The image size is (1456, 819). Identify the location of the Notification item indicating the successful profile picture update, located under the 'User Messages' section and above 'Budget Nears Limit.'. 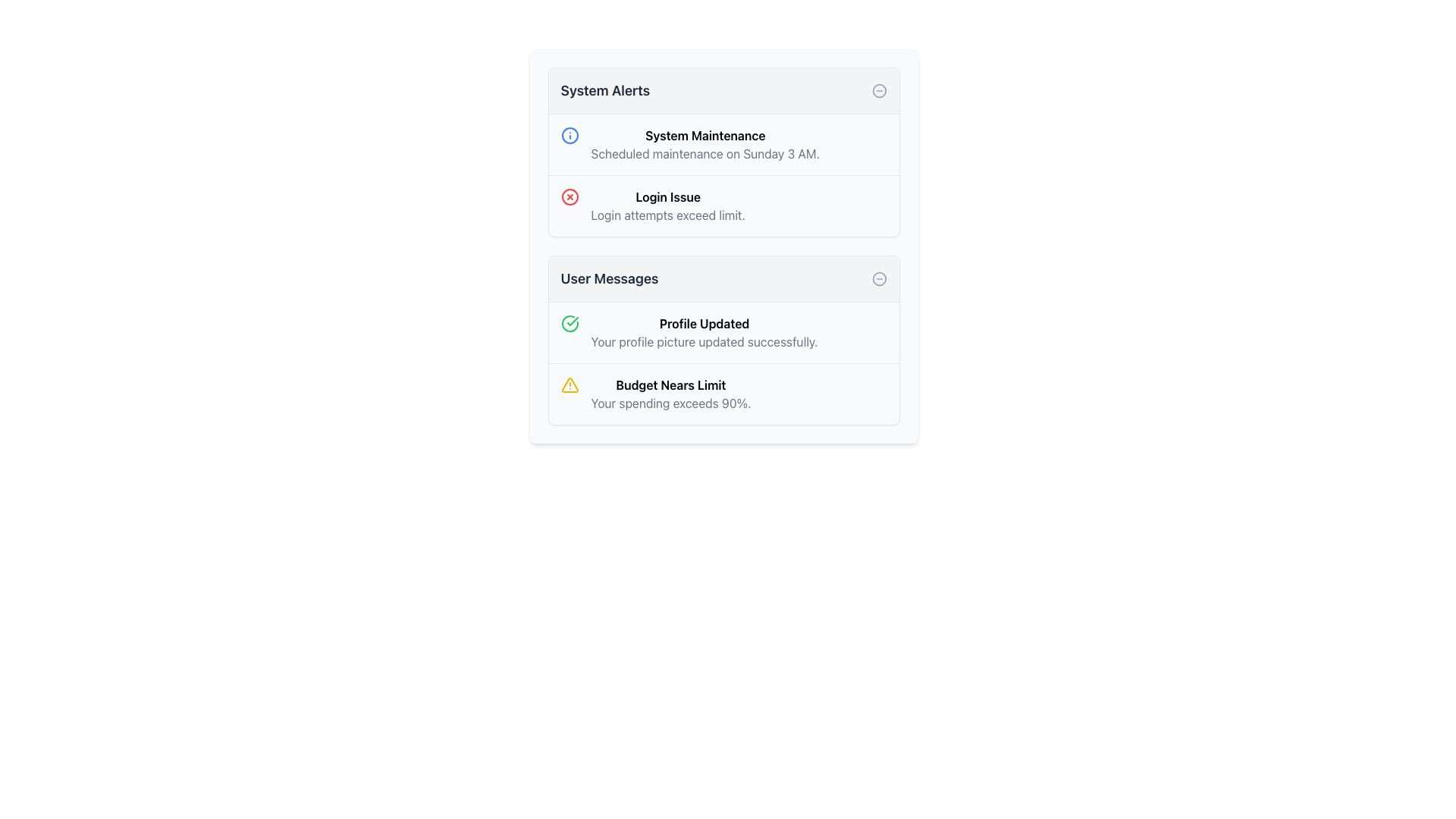
(723, 332).